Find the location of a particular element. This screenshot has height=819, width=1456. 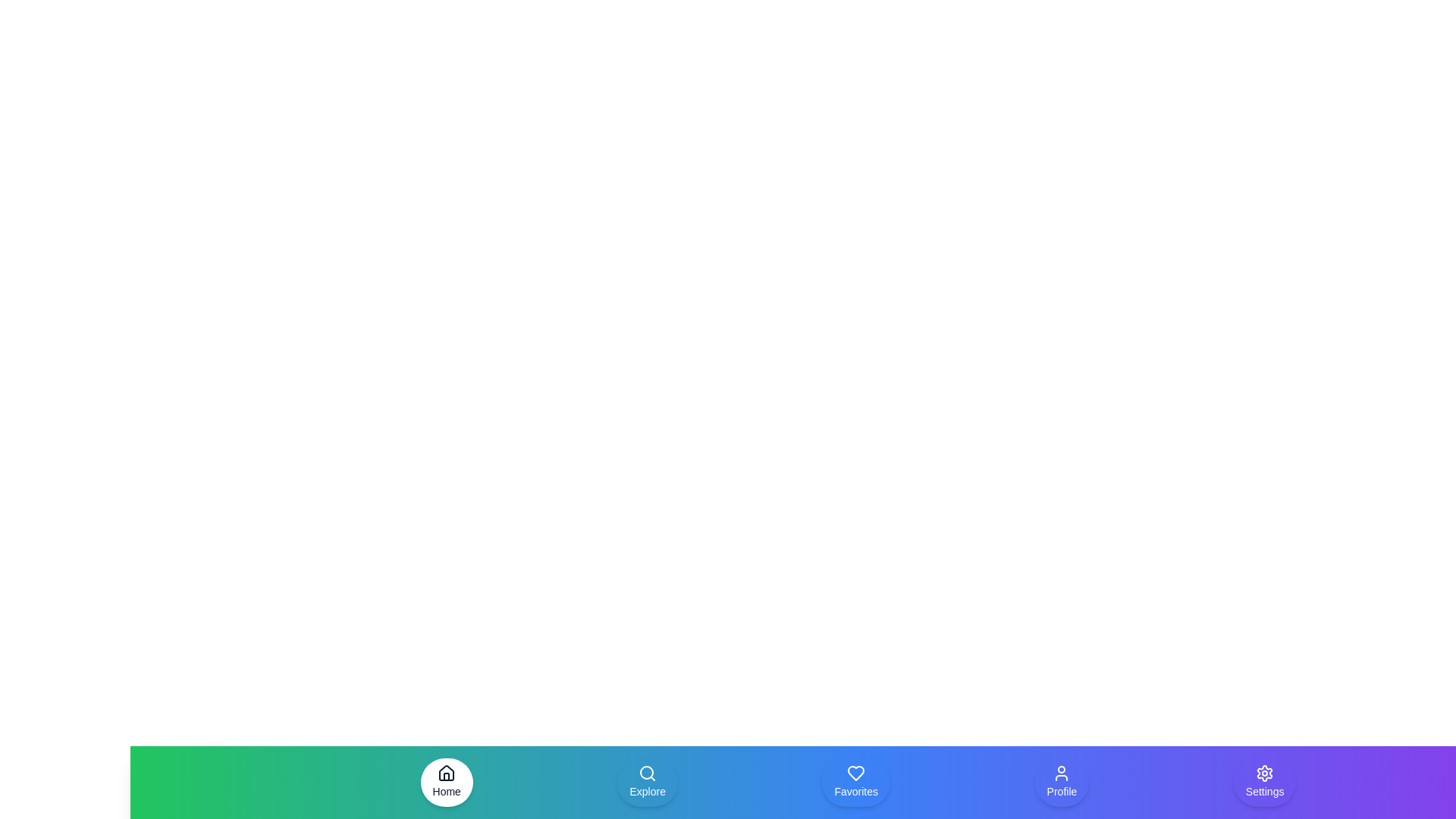

the navigation item Profile is located at coordinates (1061, 783).